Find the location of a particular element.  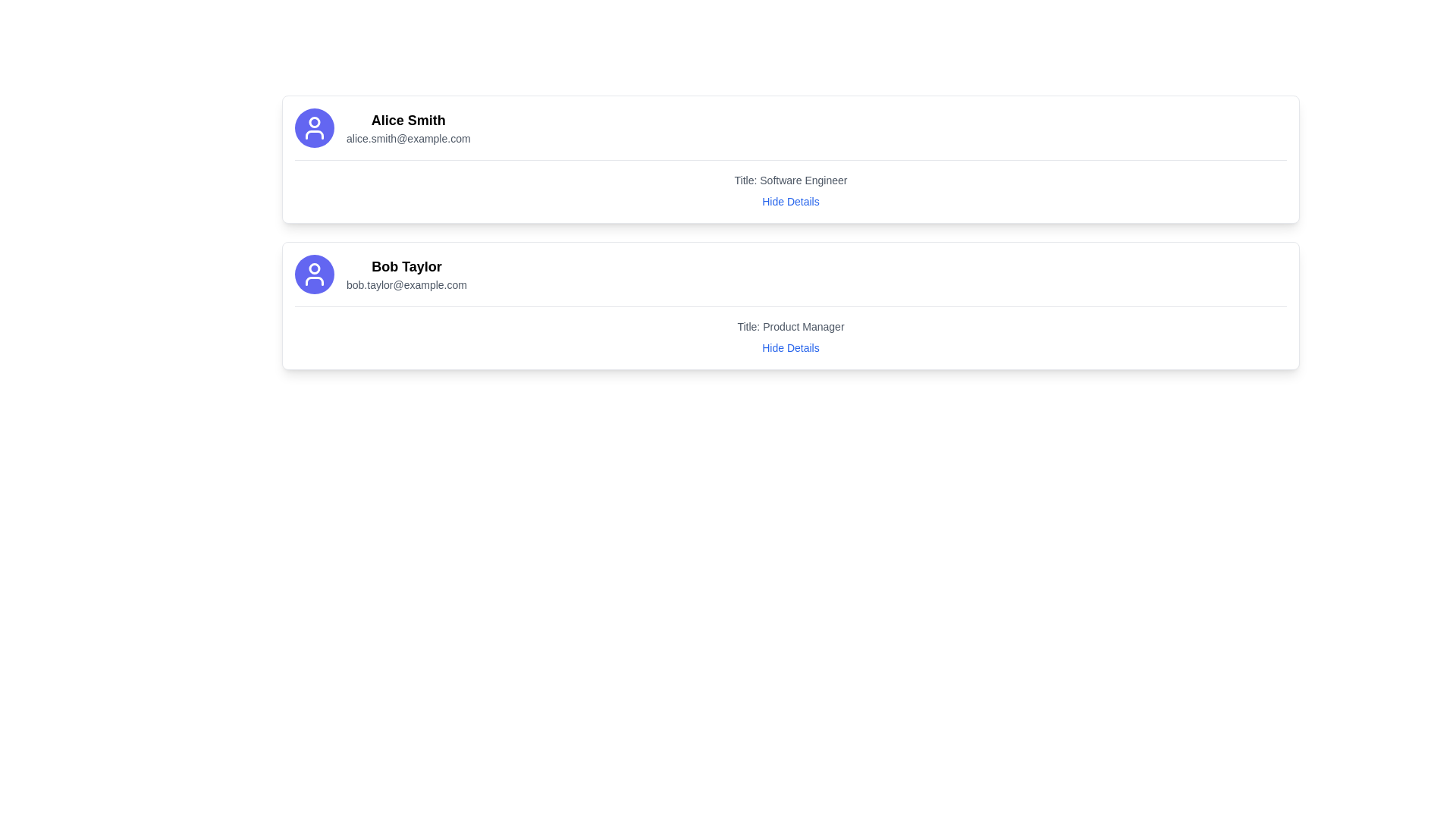

the generic profile icon representing the user, located within the rounded blue and white circular region above the name and email address of 'Bob Taylor' is located at coordinates (313, 275).